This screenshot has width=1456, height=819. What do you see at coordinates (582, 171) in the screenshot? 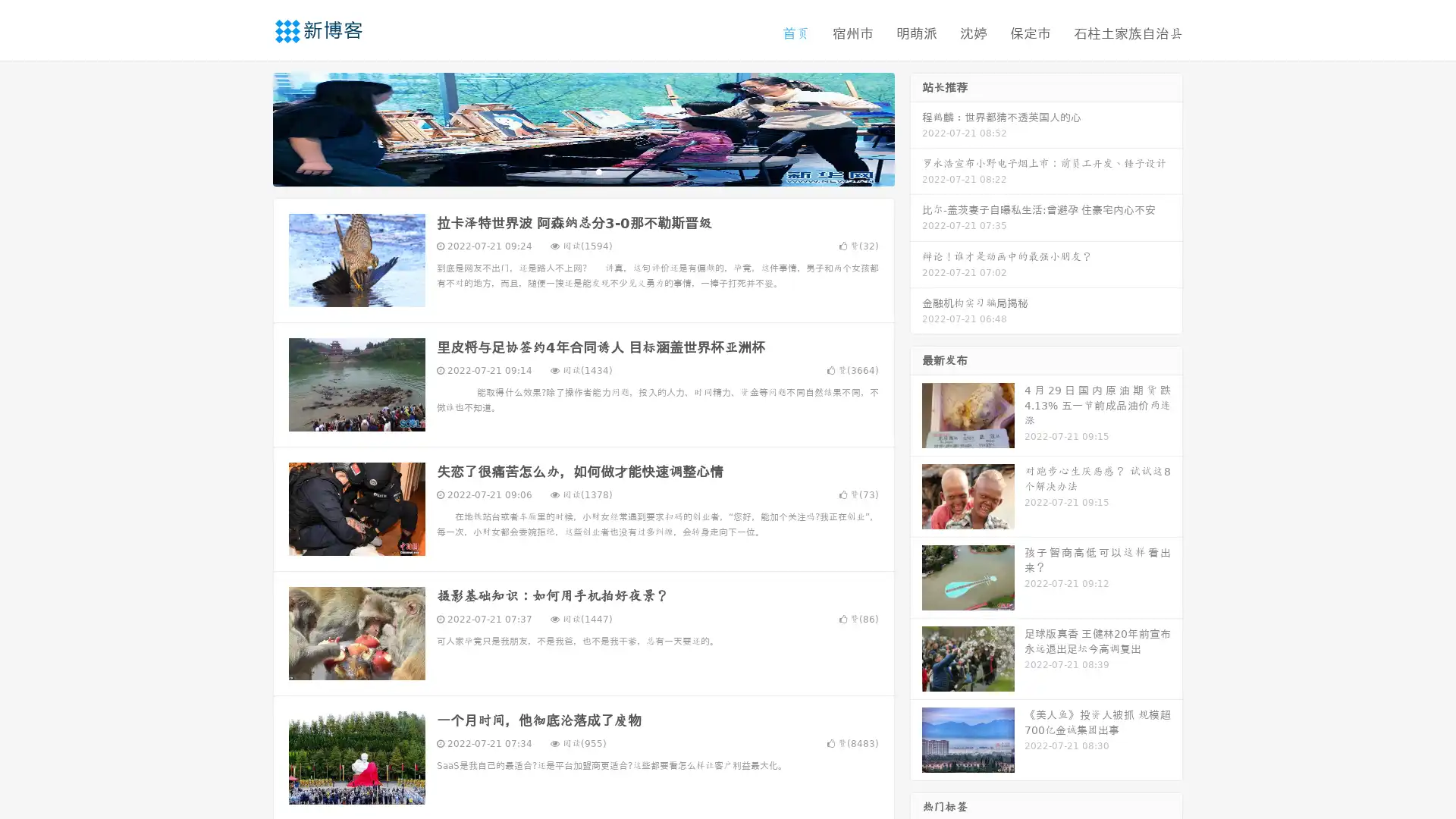
I see `Go to slide 2` at bounding box center [582, 171].